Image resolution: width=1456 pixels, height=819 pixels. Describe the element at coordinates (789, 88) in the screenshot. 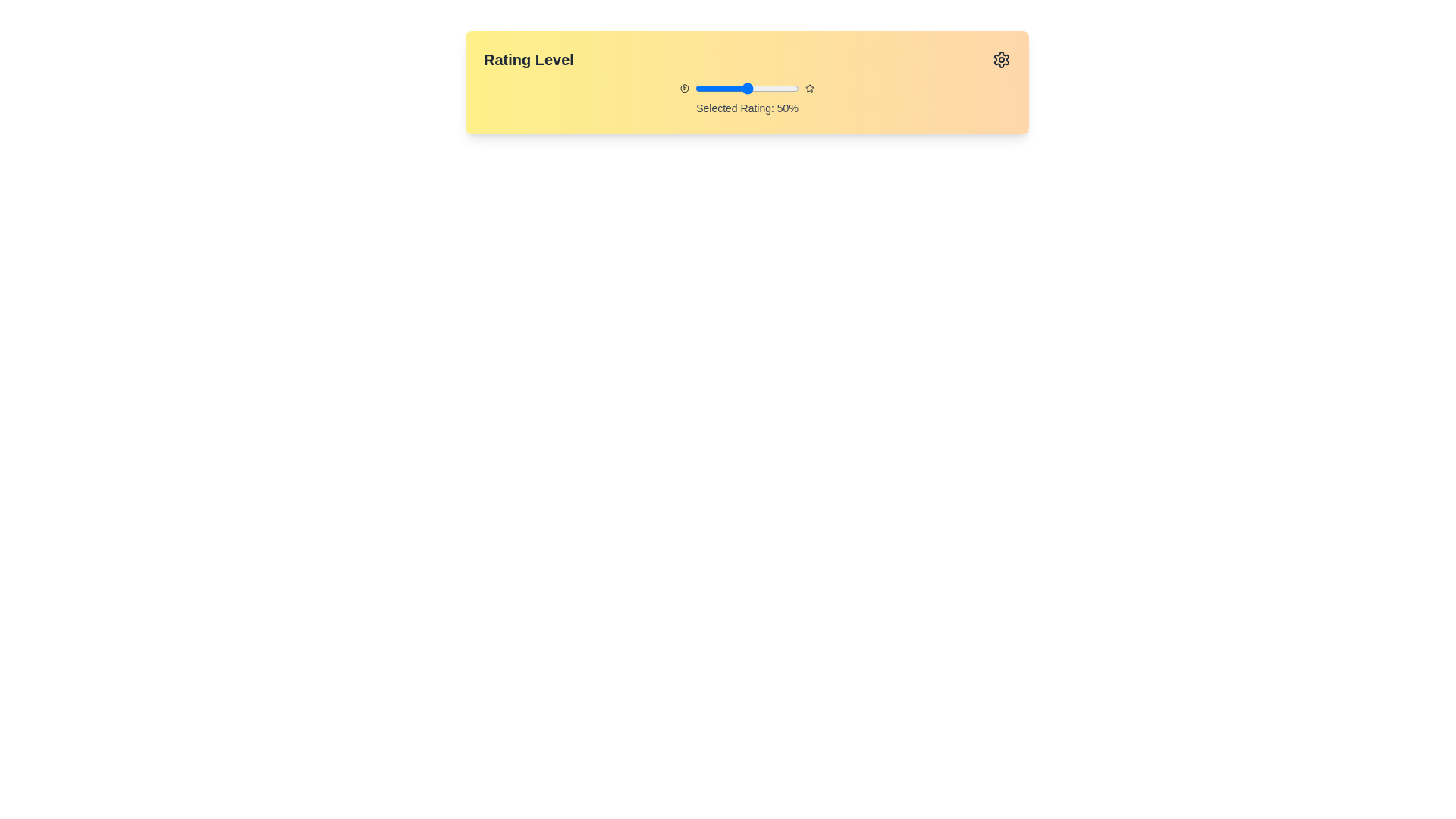

I see `the slider` at that location.